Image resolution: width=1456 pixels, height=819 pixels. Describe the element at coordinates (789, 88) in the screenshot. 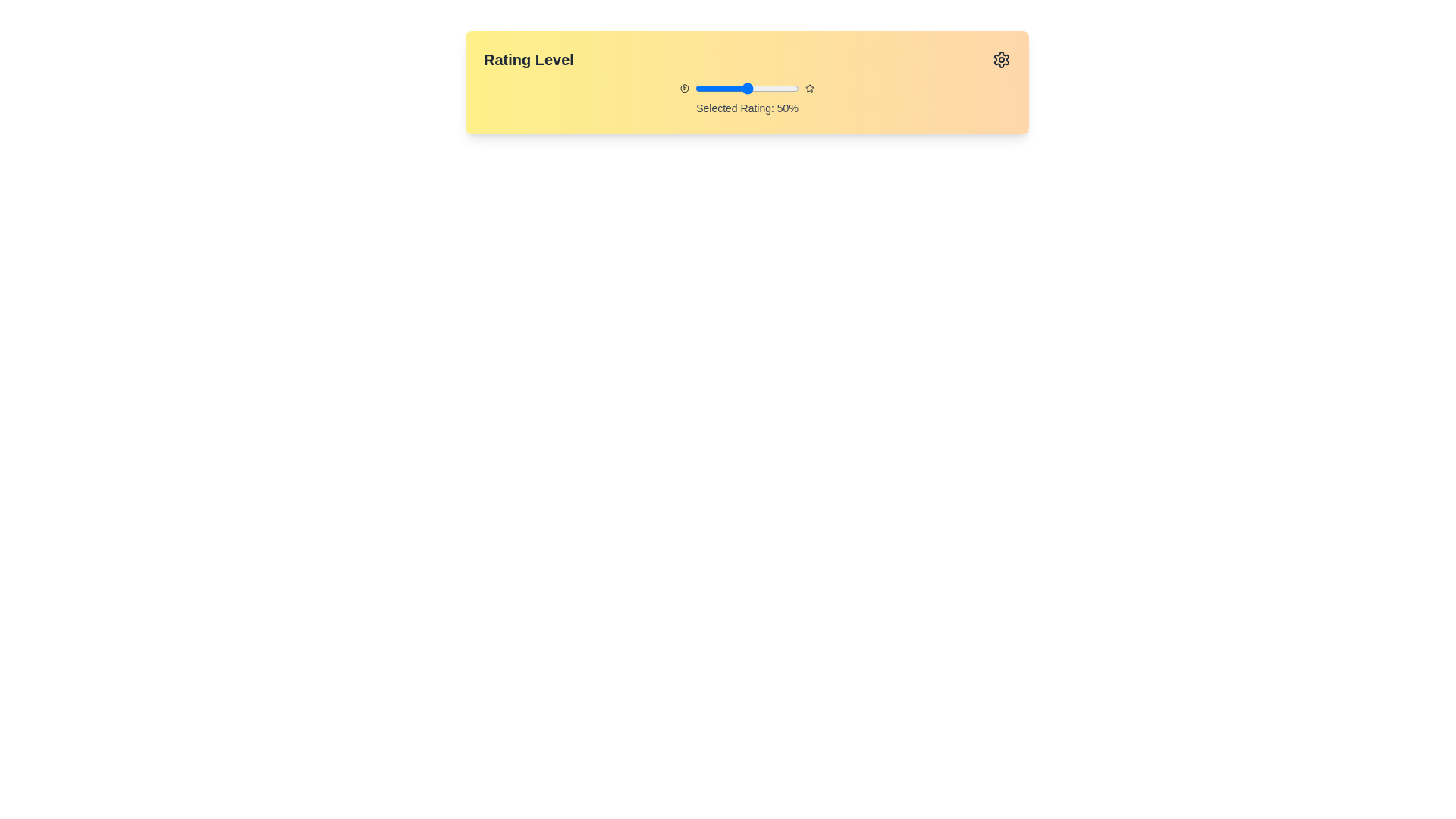

I see `the slider` at that location.